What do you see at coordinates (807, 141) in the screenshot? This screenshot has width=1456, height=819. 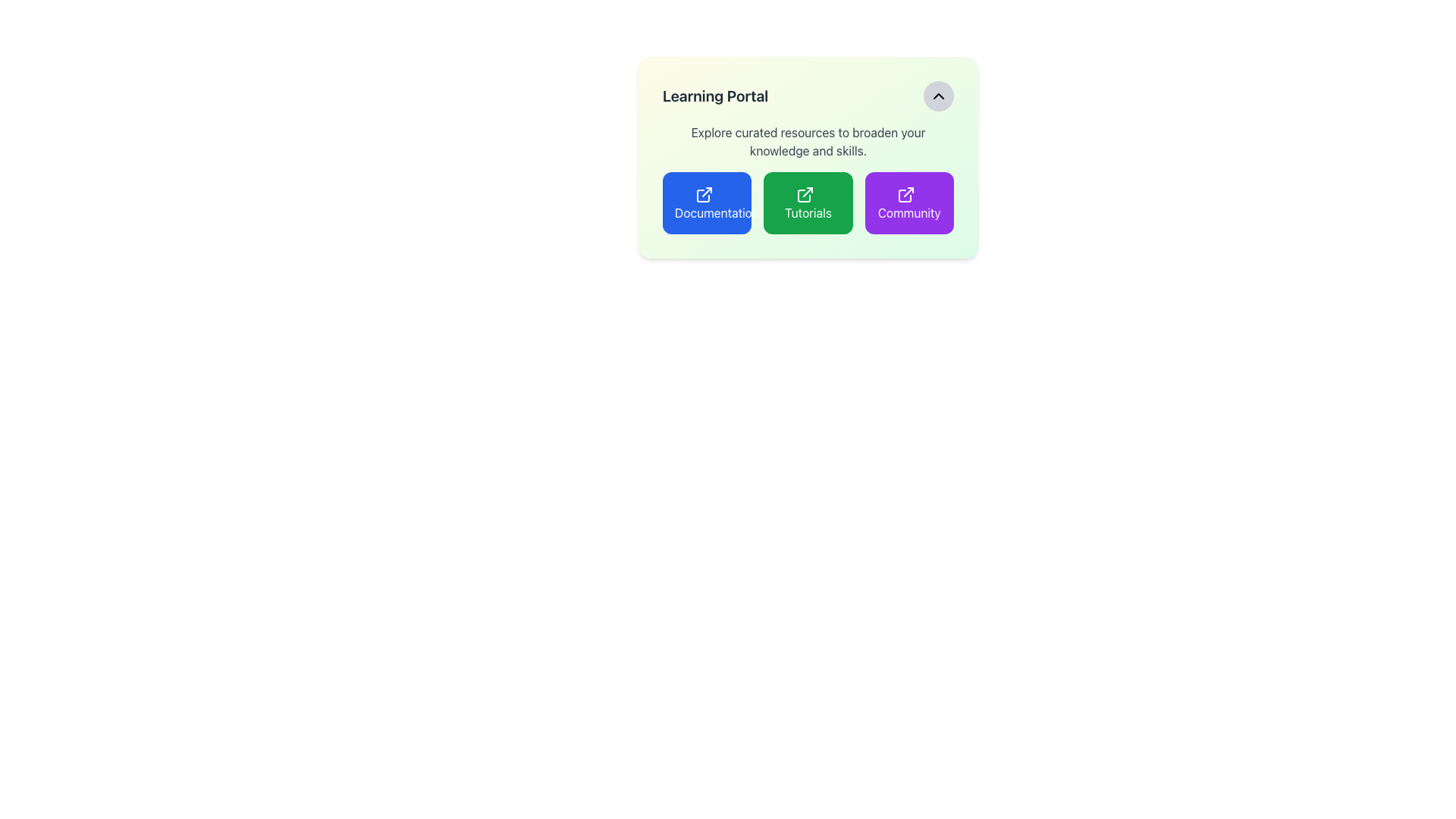 I see `single-line text block that displays the sentence: 'Explore curated resources to broaden your knowledge and skills.' located at the top section of the card layout` at bounding box center [807, 141].